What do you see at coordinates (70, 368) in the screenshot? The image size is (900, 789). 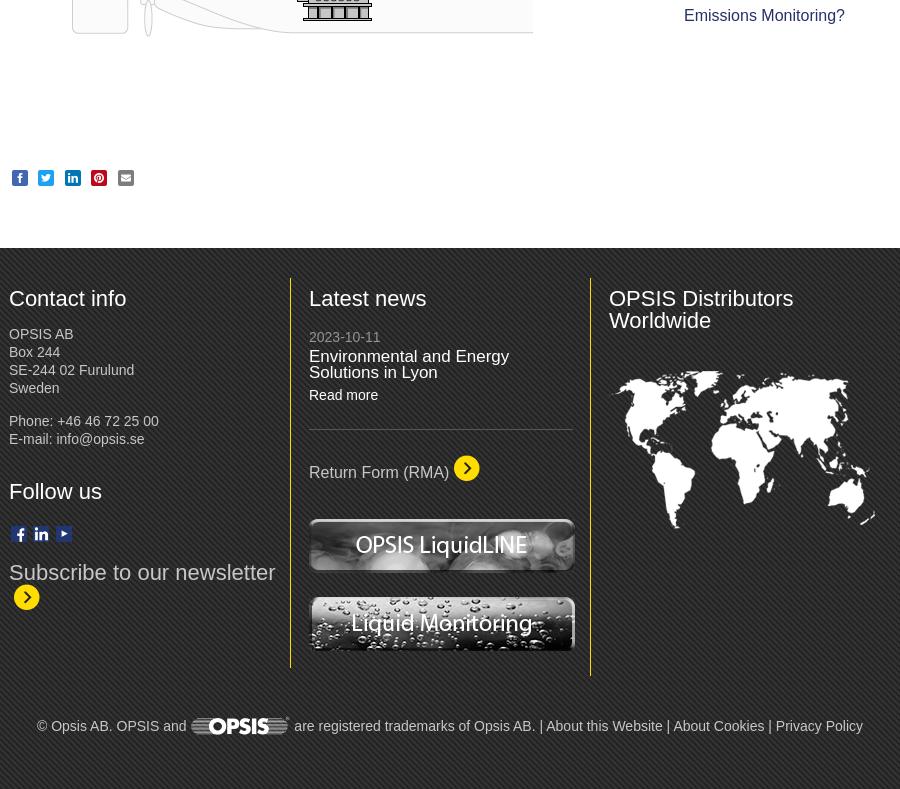 I see `'SE-244 02 Furulund'` at bounding box center [70, 368].